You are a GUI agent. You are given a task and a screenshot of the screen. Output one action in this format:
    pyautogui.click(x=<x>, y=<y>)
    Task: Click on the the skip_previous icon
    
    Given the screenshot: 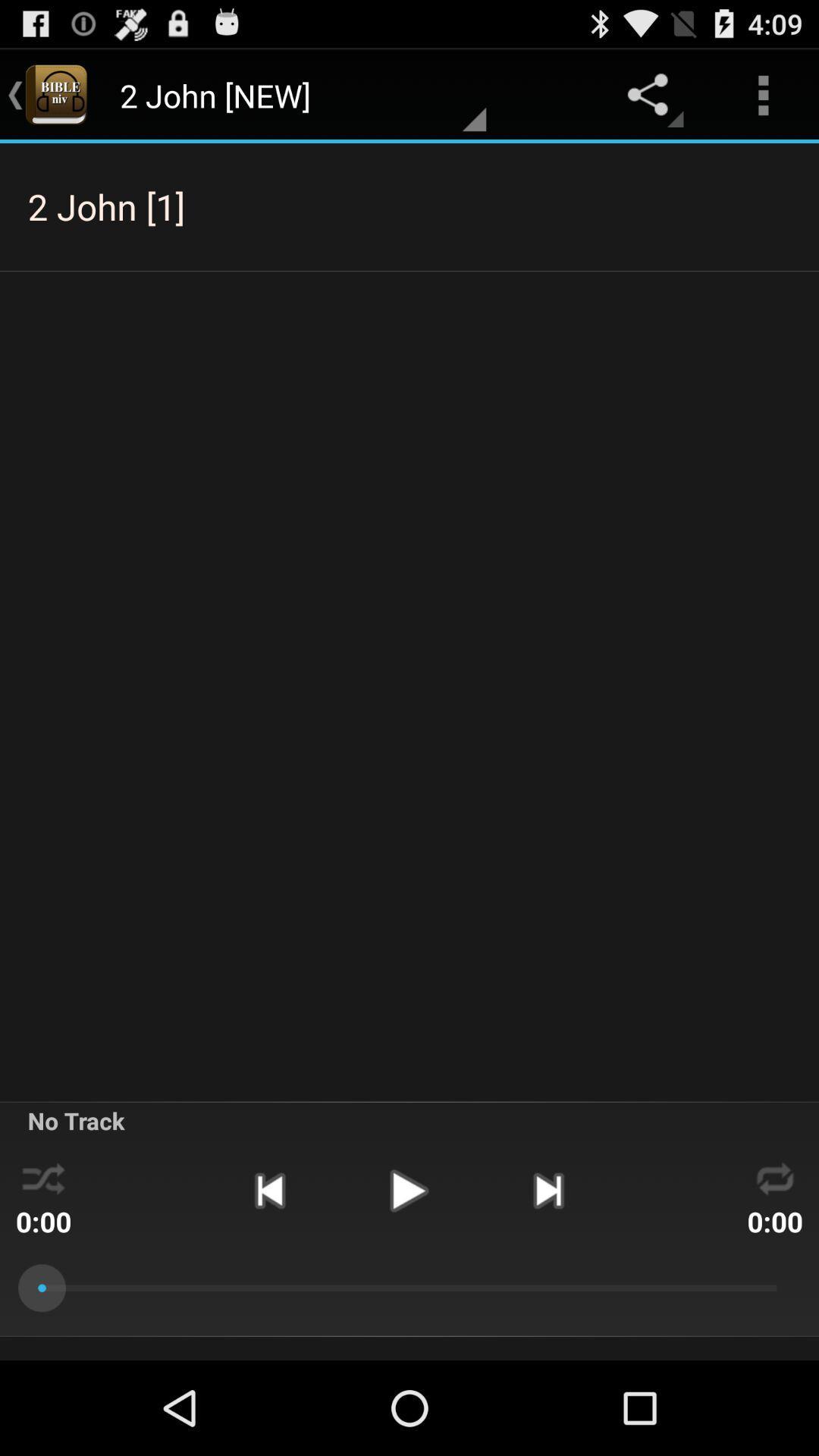 What is the action you would take?
    pyautogui.click(x=268, y=1274)
    